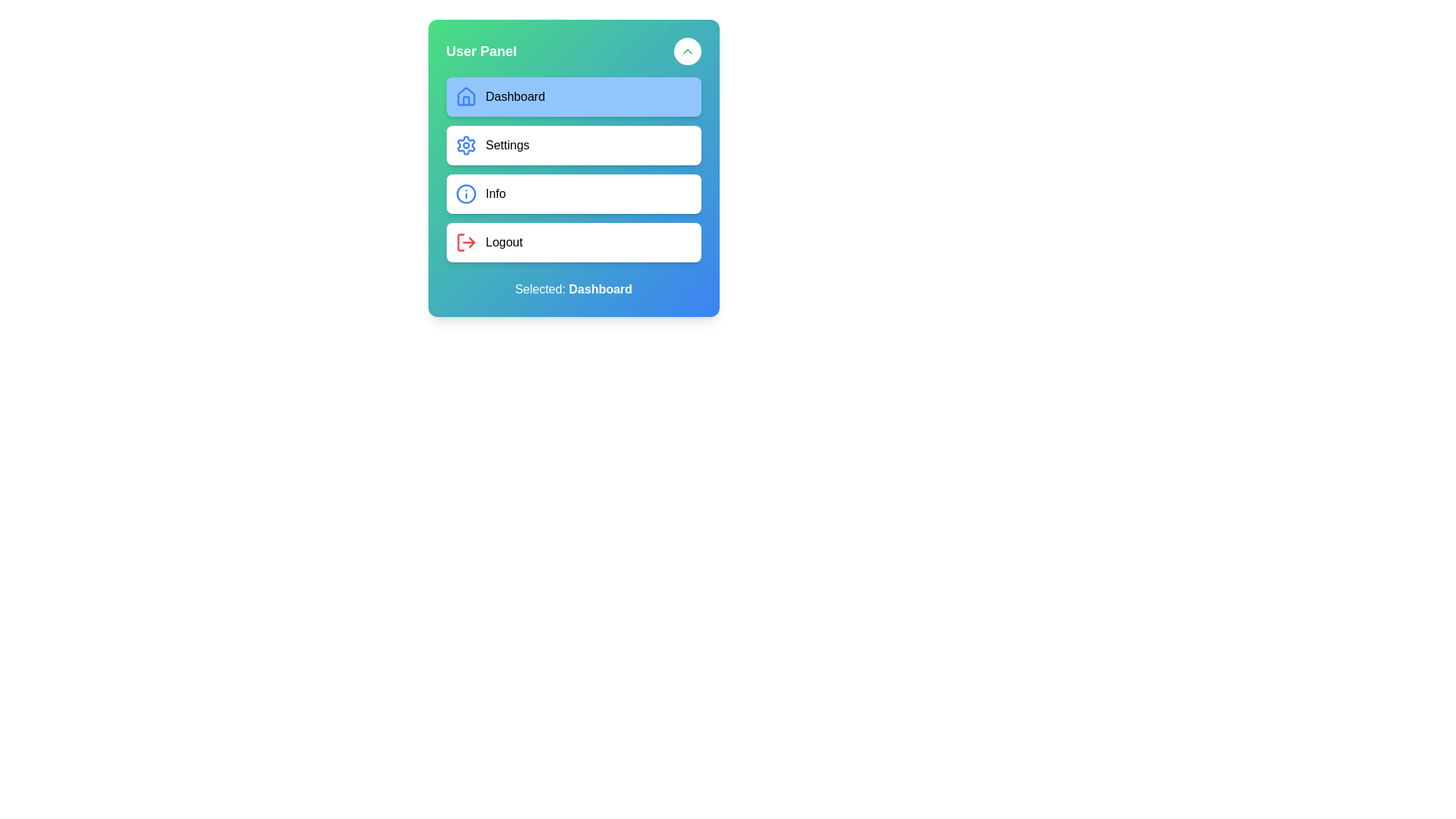  I want to click on the 'User Panel' header for accessibility navigation by moving the cursor to the center of the header, so click(573, 51).